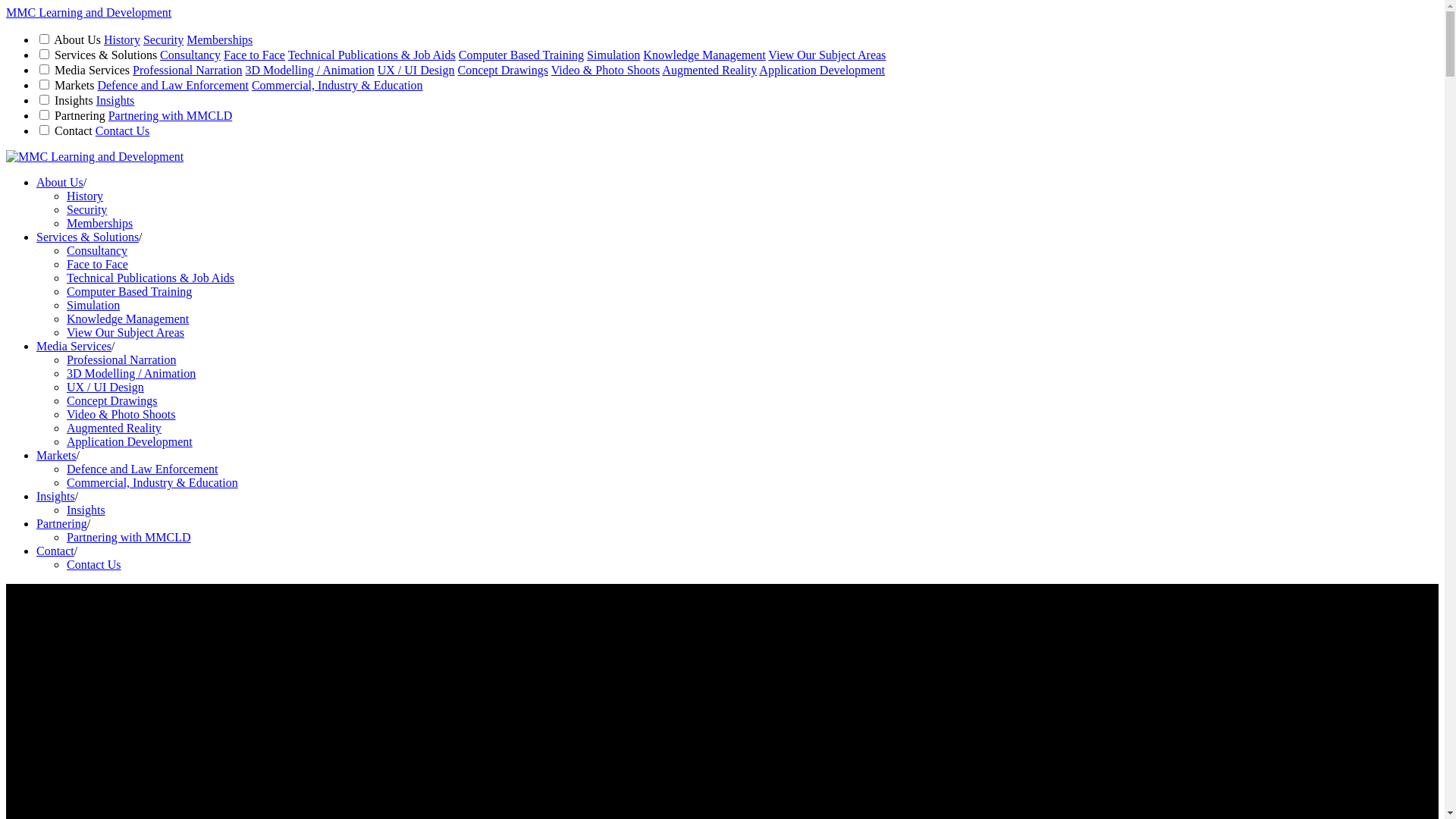  What do you see at coordinates (55, 496) in the screenshot?
I see `'Insights'` at bounding box center [55, 496].